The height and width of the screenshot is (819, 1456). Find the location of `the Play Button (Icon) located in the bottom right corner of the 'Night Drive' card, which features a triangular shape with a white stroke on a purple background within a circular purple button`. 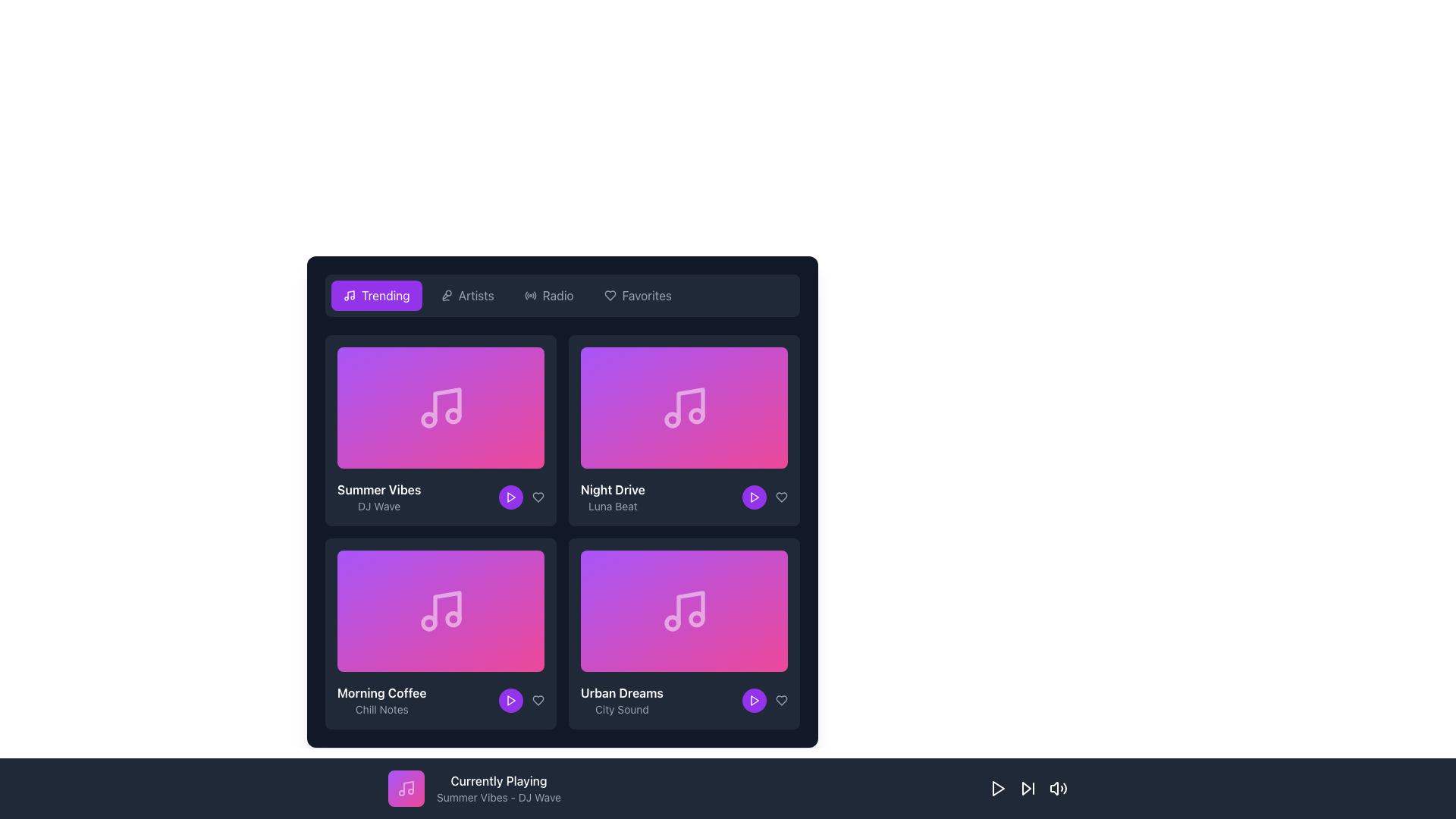

the Play Button (Icon) located in the bottom right corner of the 'Night Drive' card, which features a triangular shape with a white stroke on a purple background within a circular purple button is located at coordinates (754, 497).